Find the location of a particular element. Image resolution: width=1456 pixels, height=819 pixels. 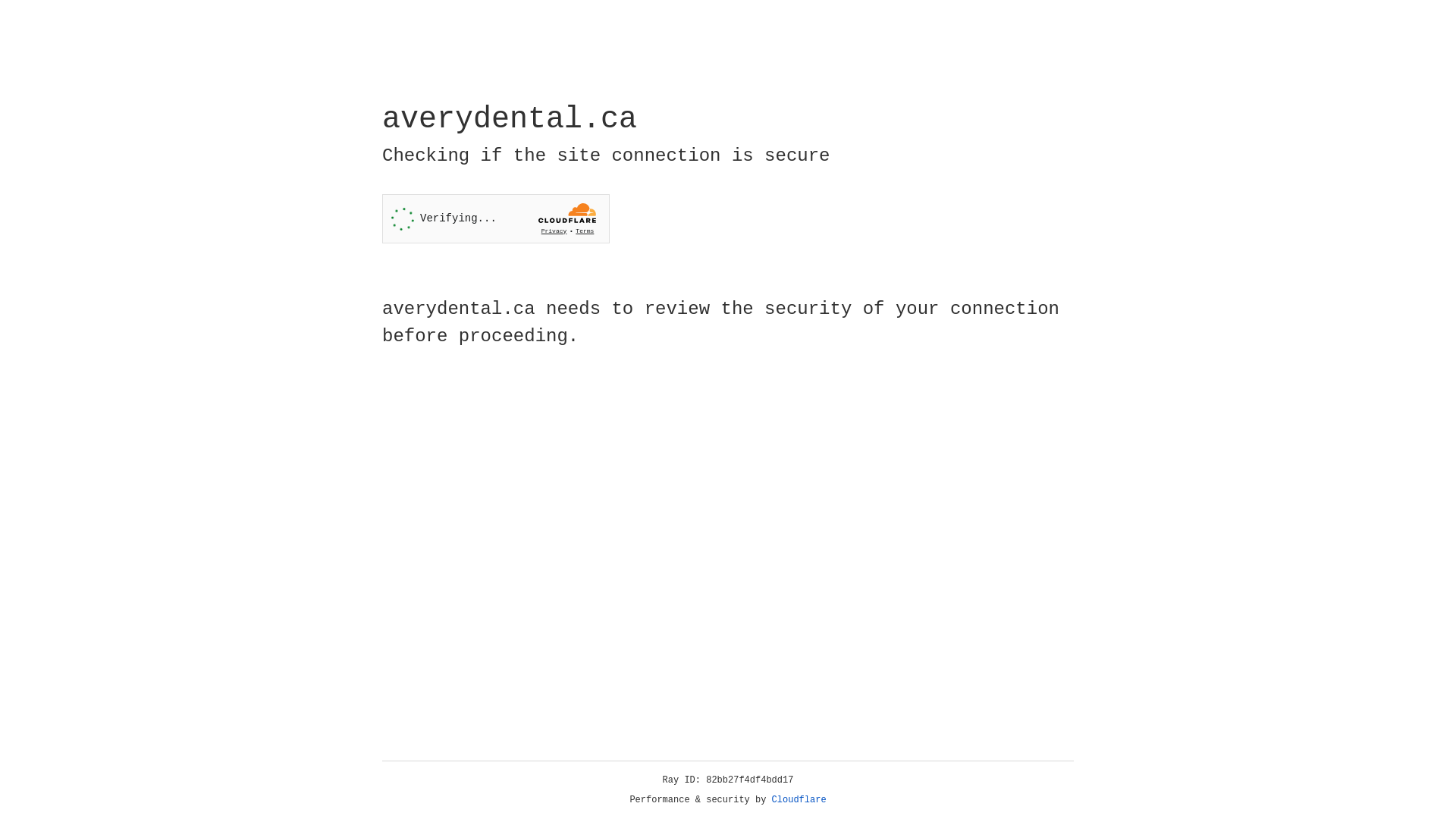

'Cloudflare' is located at coordinates (771, 799).